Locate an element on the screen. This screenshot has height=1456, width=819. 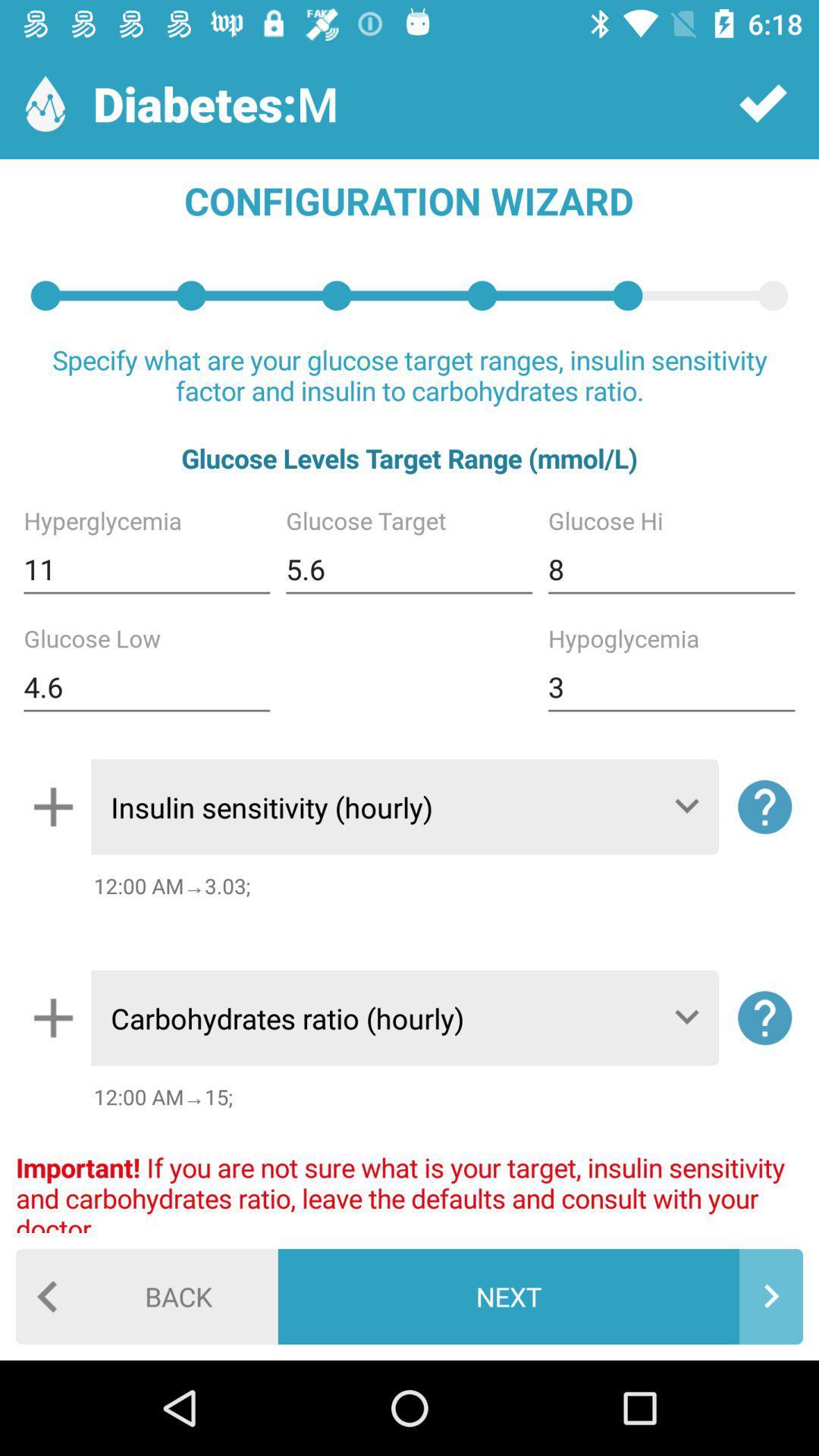
icon below the important if you item is located at coordinates (146, 1295).